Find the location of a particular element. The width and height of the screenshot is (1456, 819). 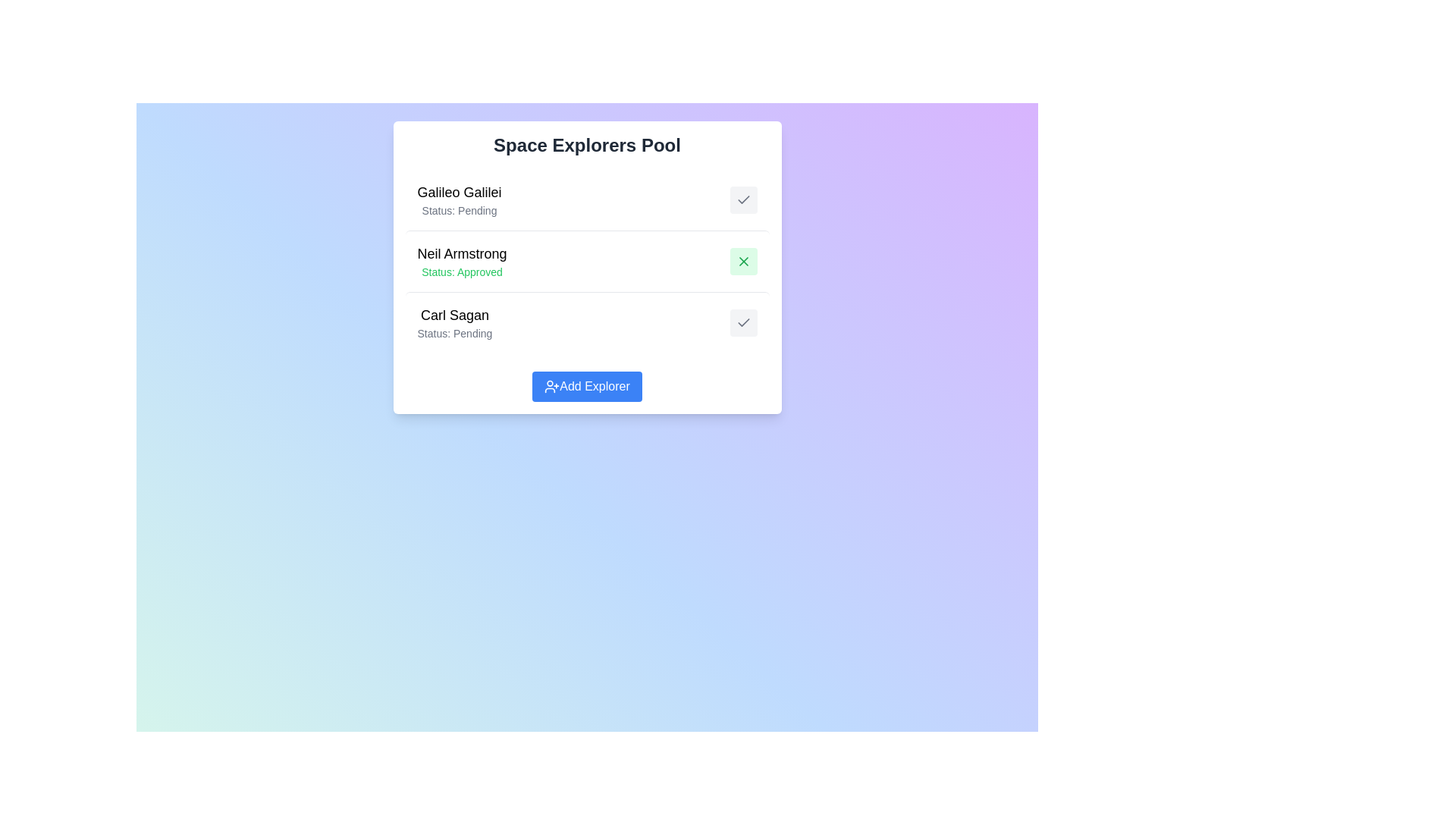

the rounded button with a gray checkmark icon located in the far-right section of the row labeled 'Carl Sagan Status: Pending' within the 'Space Explorers Pool' section is located at coordinates (743, 322).